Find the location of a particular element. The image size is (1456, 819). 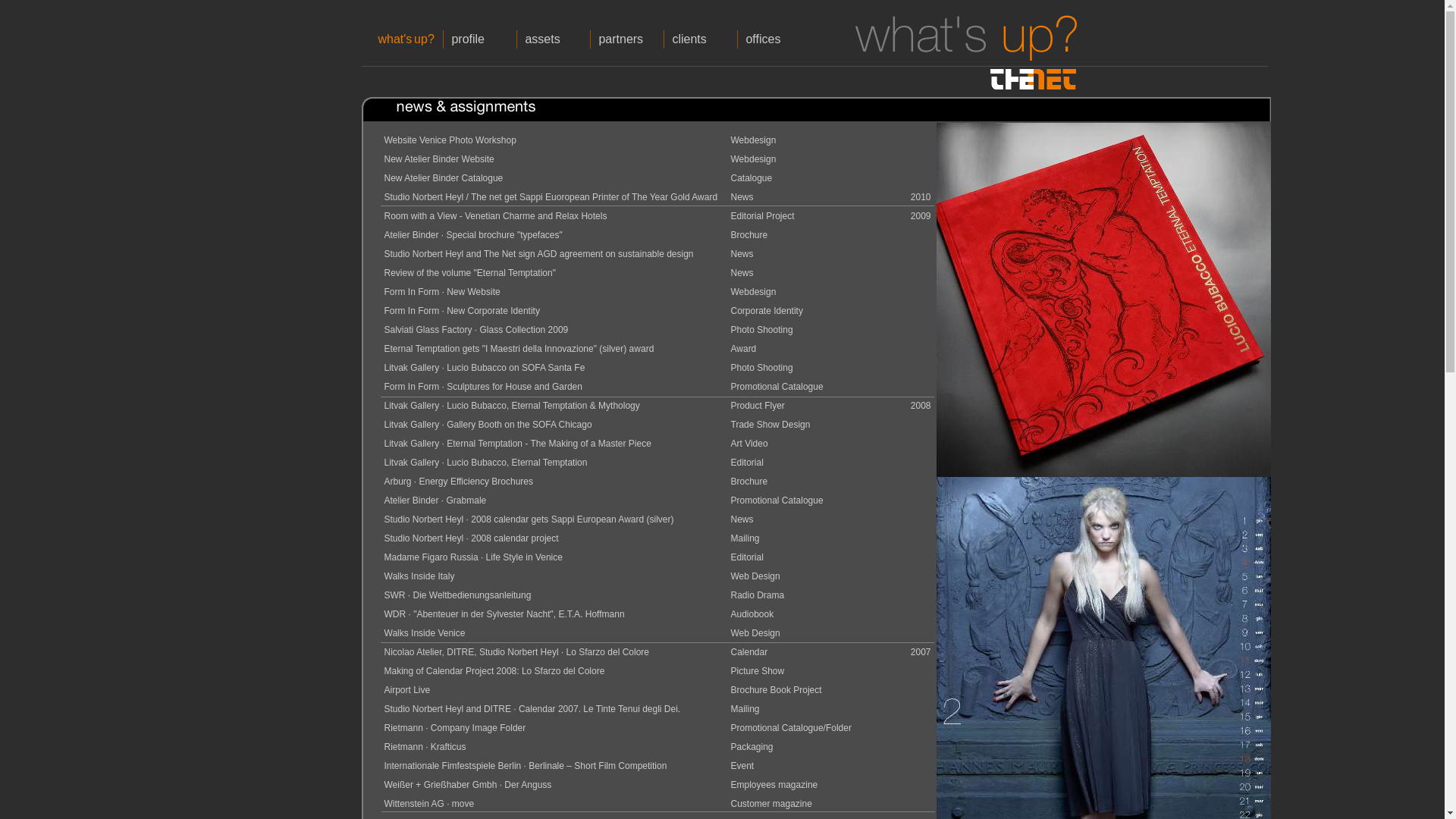

'offices' is located at coordinates (774, 38).